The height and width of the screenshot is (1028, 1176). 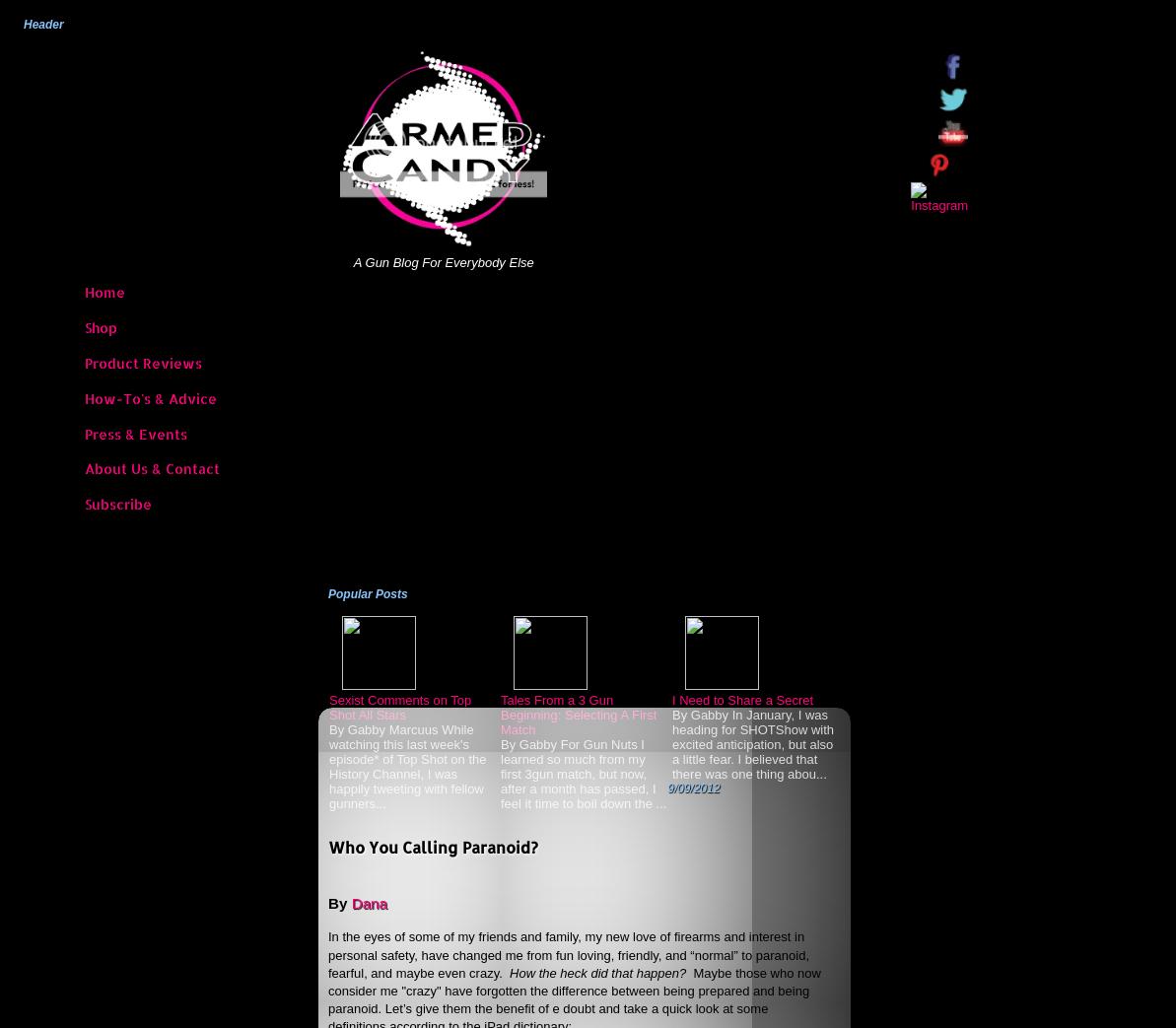 I want to click on 'By', so click(x=327, y=901).